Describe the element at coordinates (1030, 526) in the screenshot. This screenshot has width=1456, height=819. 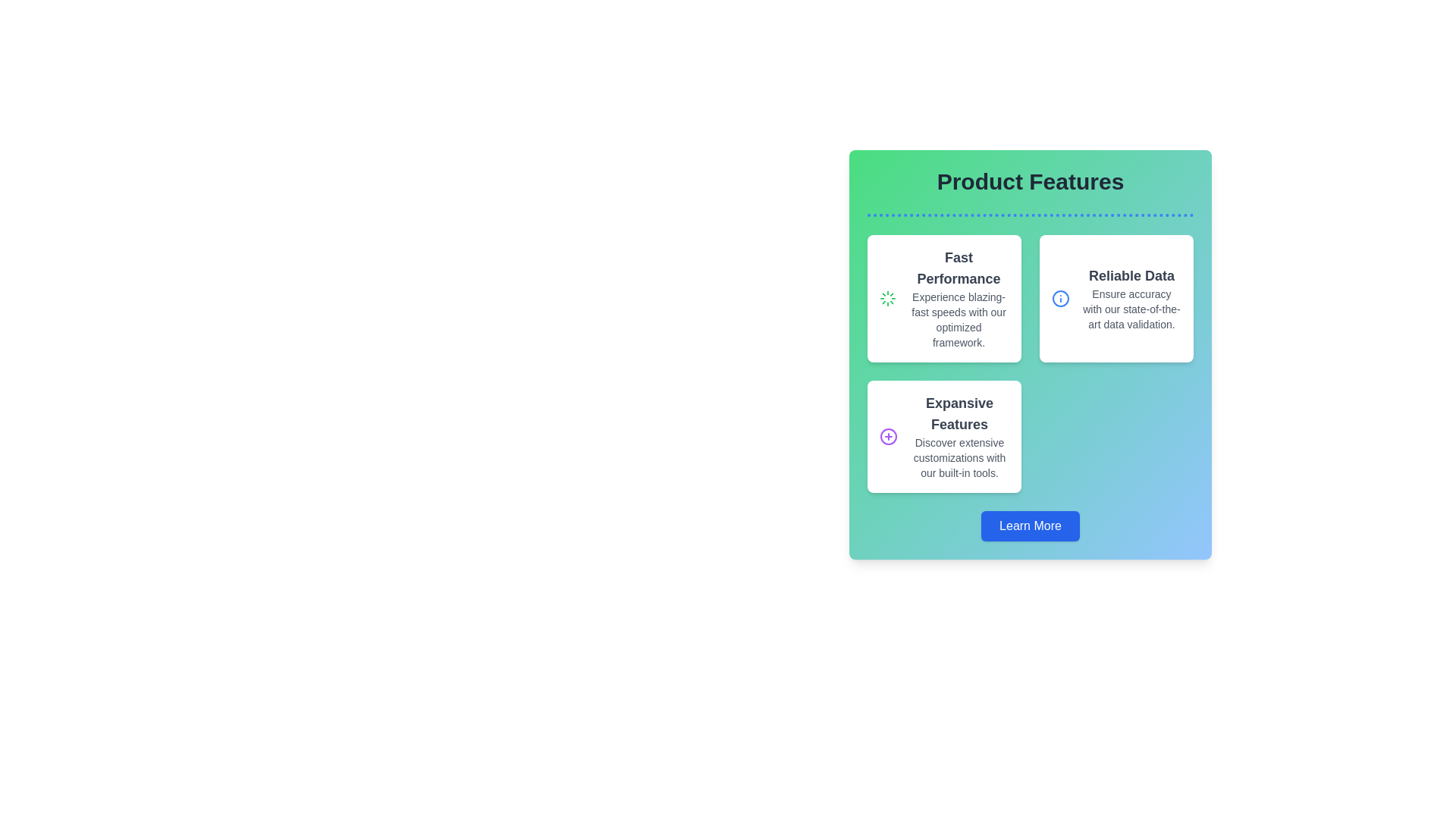
I see `the button located at the bottom center of the 'Product Features' card` at that location.